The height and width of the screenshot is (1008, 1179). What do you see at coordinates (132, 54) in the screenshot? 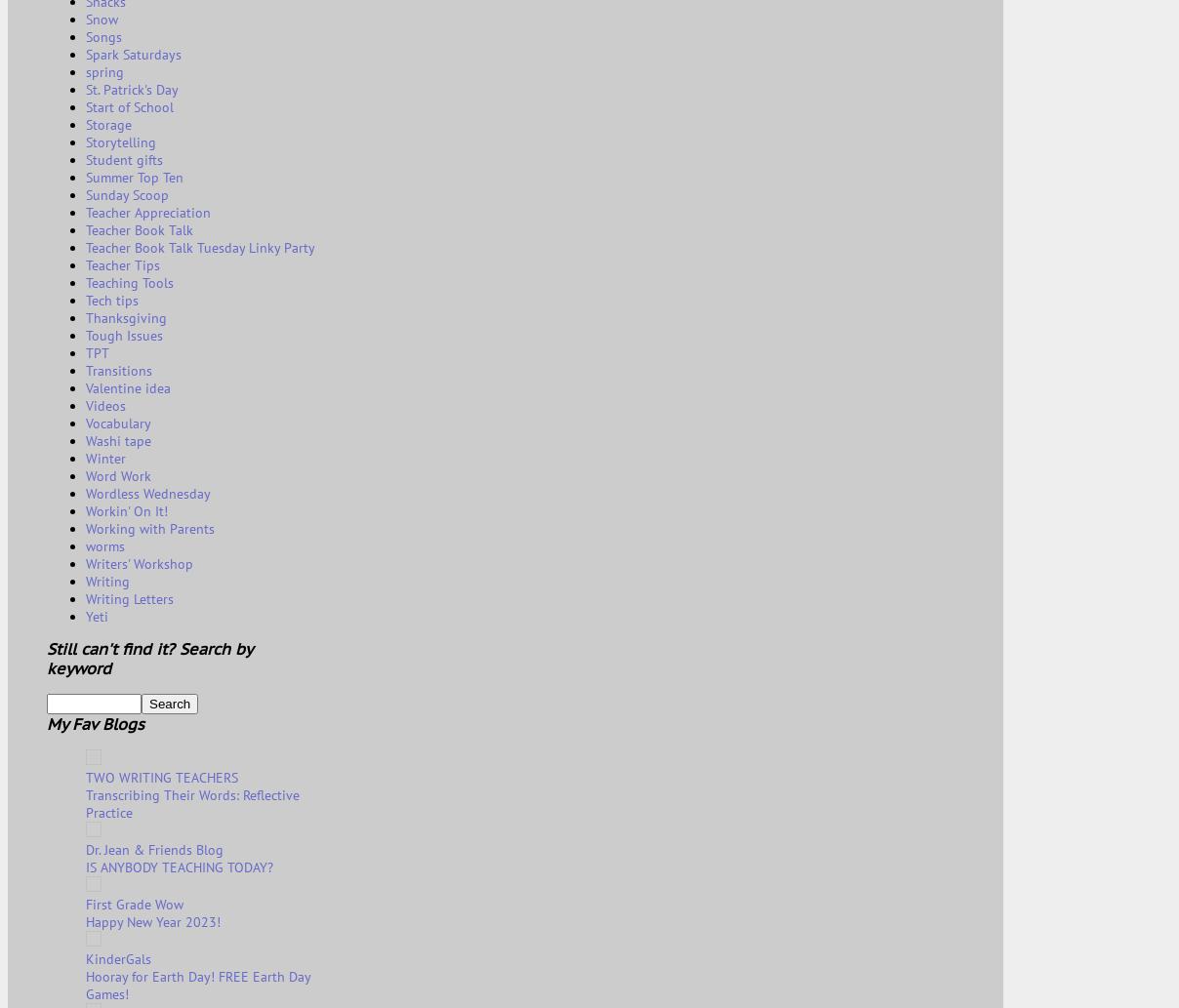
I see `'Spark Saturdays'` at bounding box center [132, 54].